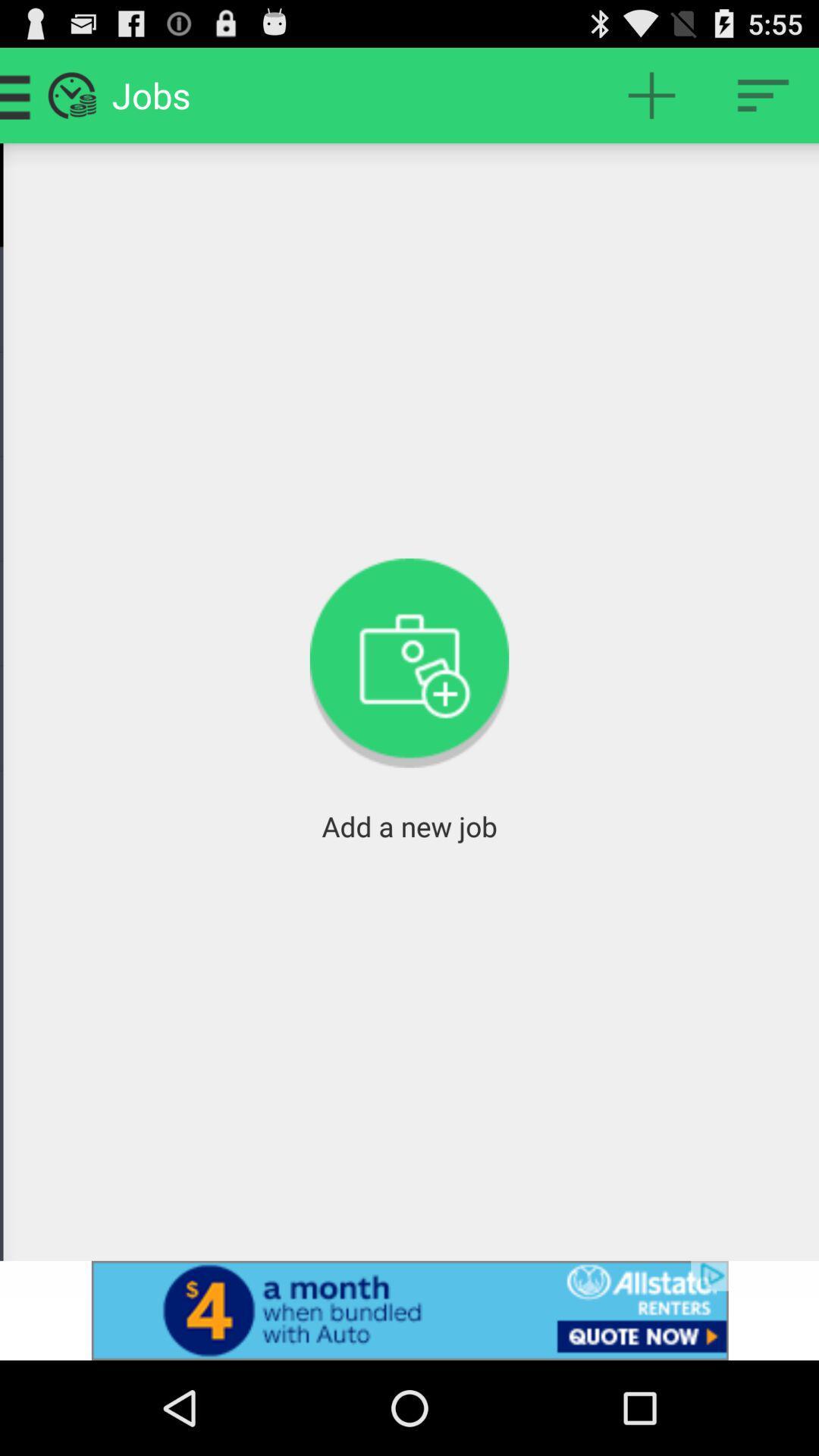  Describe the element at coordinates (763, 94) in the screenshot. I see `open settings` at that location.